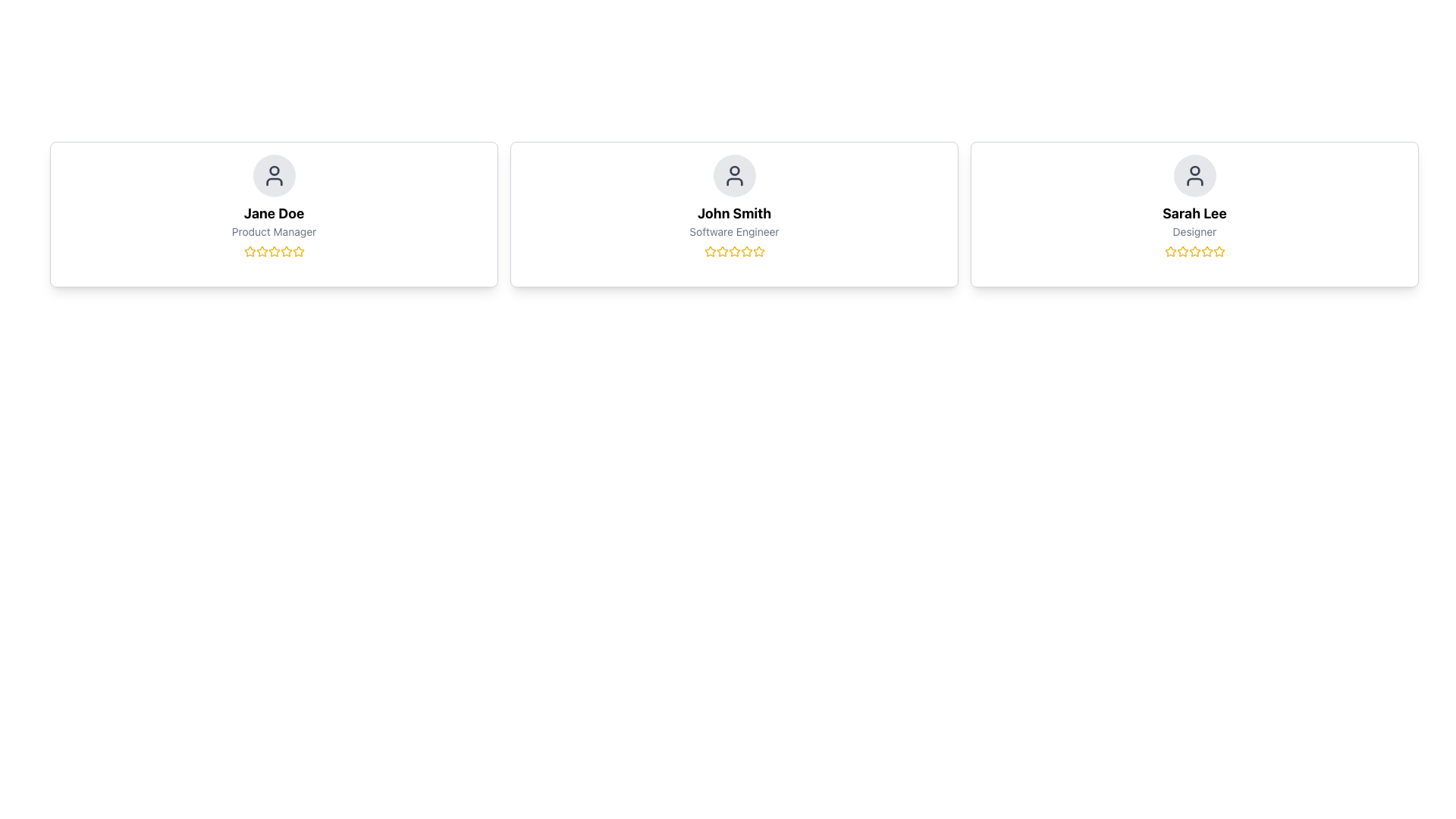  I want to click on the rectangular stroke of the user profile icon for 'Sarah Lee', which is part of an SVG graphic located in the user card, so click(1194, 180).